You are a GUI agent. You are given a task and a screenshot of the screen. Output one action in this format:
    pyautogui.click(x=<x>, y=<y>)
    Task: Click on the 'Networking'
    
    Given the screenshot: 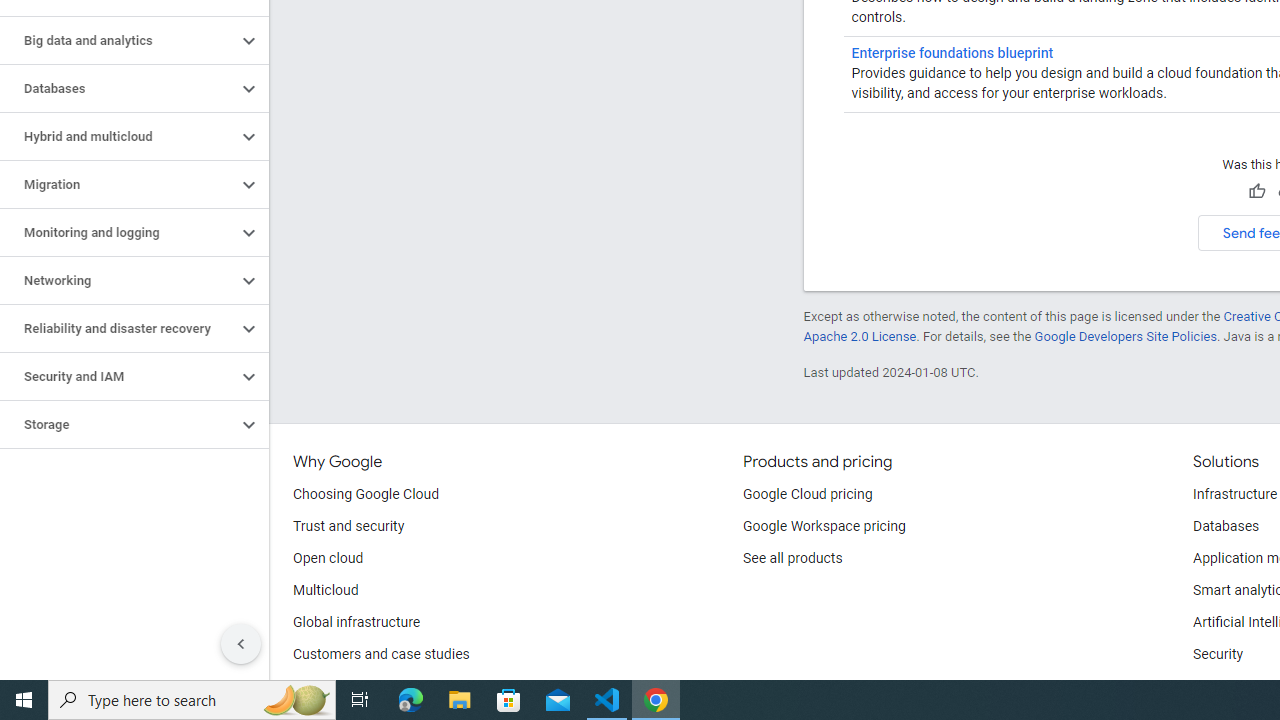 What is the action you would take?
    pyautogui.click(x=117, y=281)
    